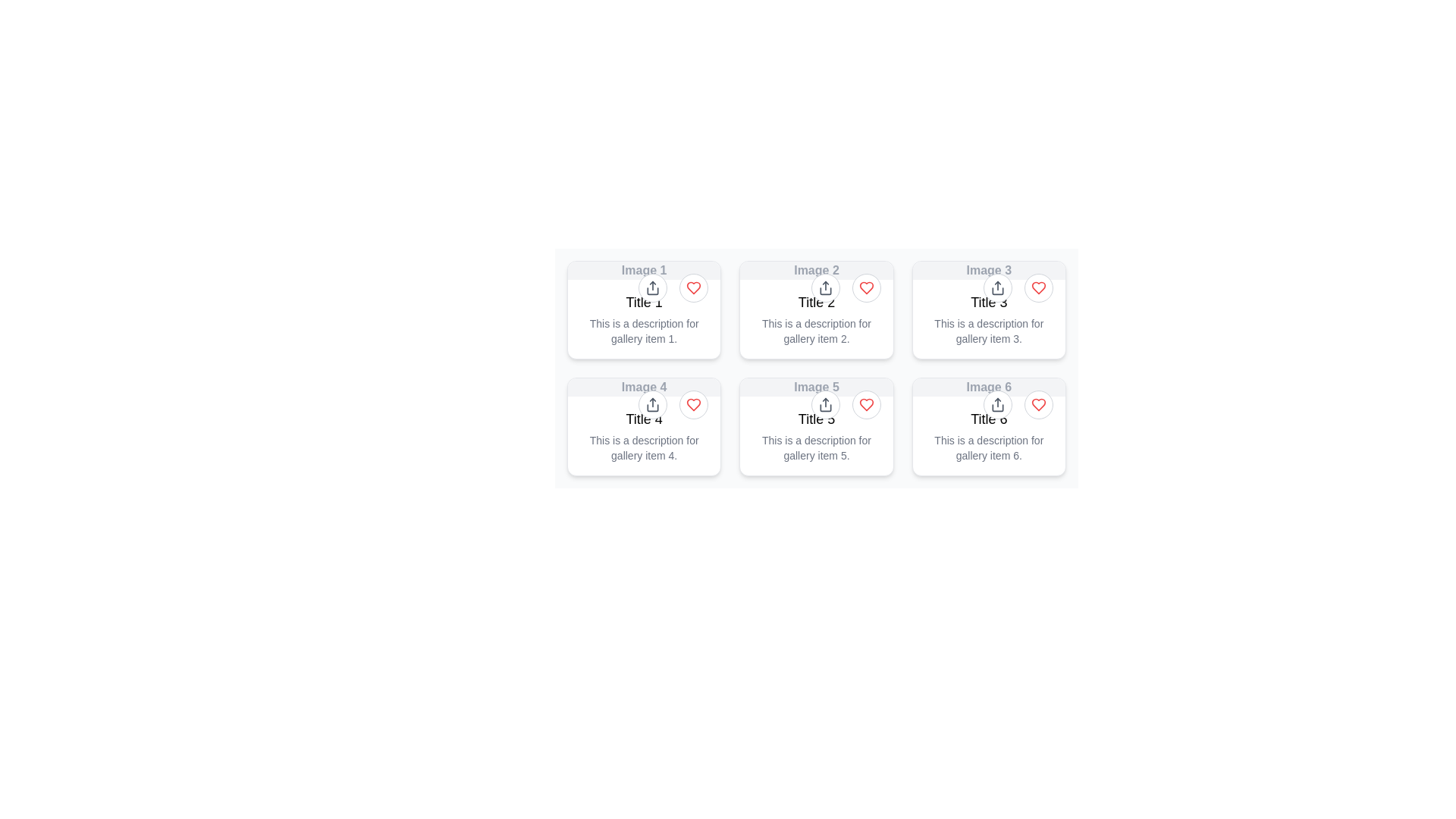 This screenshot has height=819, width=1456. Describe the element at coordinates (989, 330) in the screenshot. I see `the text block displaying 'This is a description for gallery item 3.' which is located in the third column of the top row of a card layout under 'Title 3'` at that location.